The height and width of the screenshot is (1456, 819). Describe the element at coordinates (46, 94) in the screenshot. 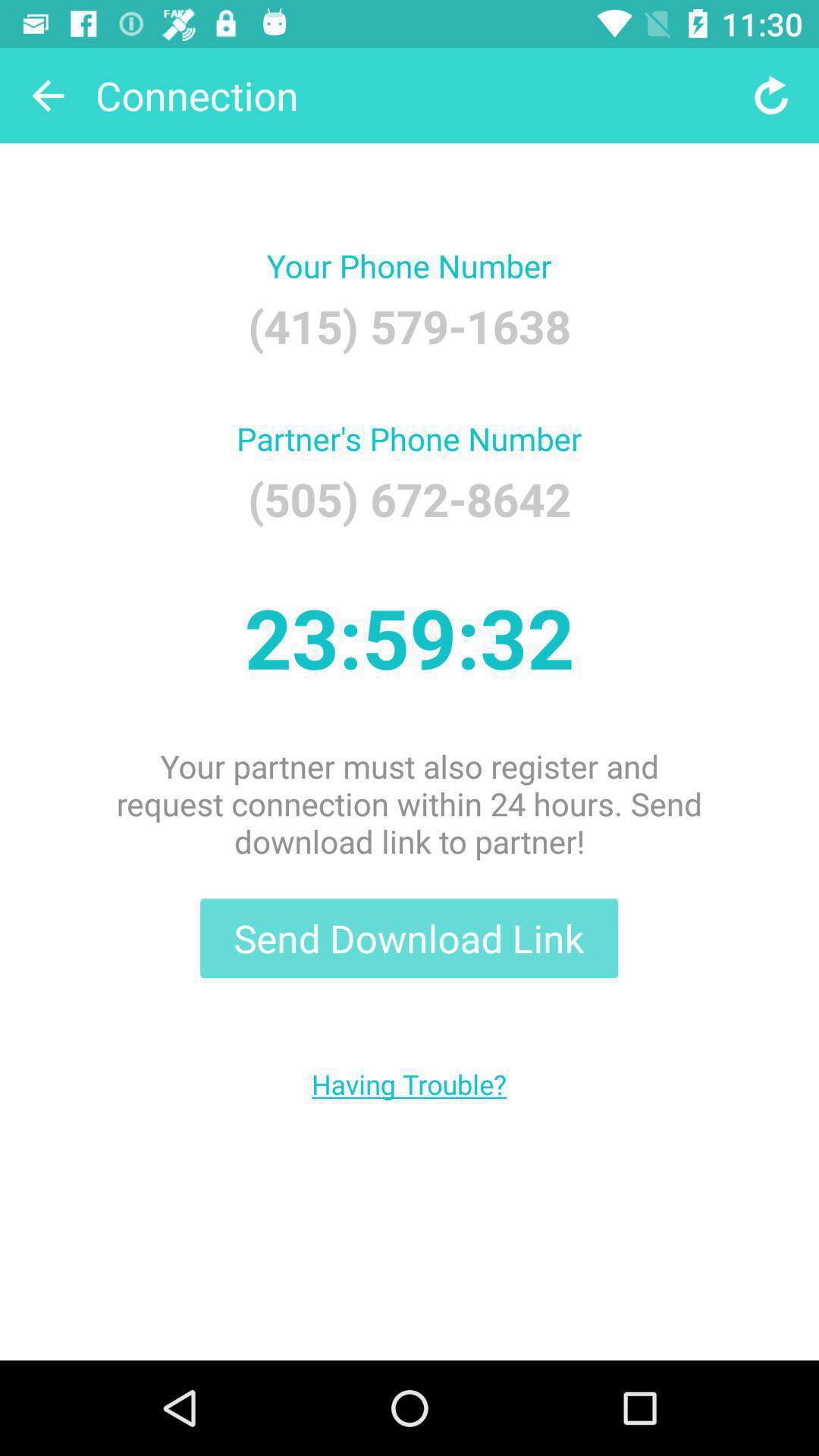

I see `the item to the left of the connection` at that location.